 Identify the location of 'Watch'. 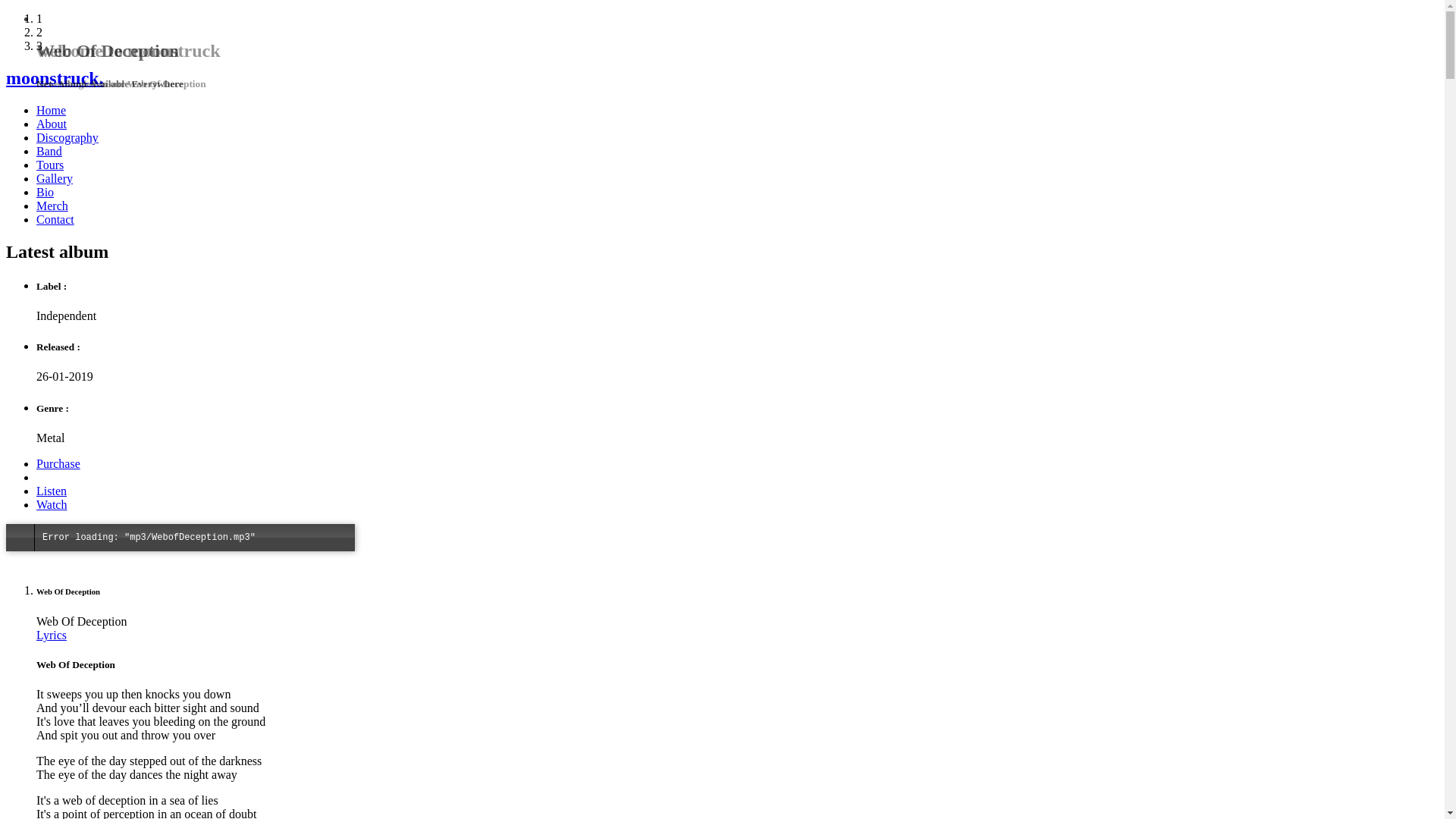
(51, 504).